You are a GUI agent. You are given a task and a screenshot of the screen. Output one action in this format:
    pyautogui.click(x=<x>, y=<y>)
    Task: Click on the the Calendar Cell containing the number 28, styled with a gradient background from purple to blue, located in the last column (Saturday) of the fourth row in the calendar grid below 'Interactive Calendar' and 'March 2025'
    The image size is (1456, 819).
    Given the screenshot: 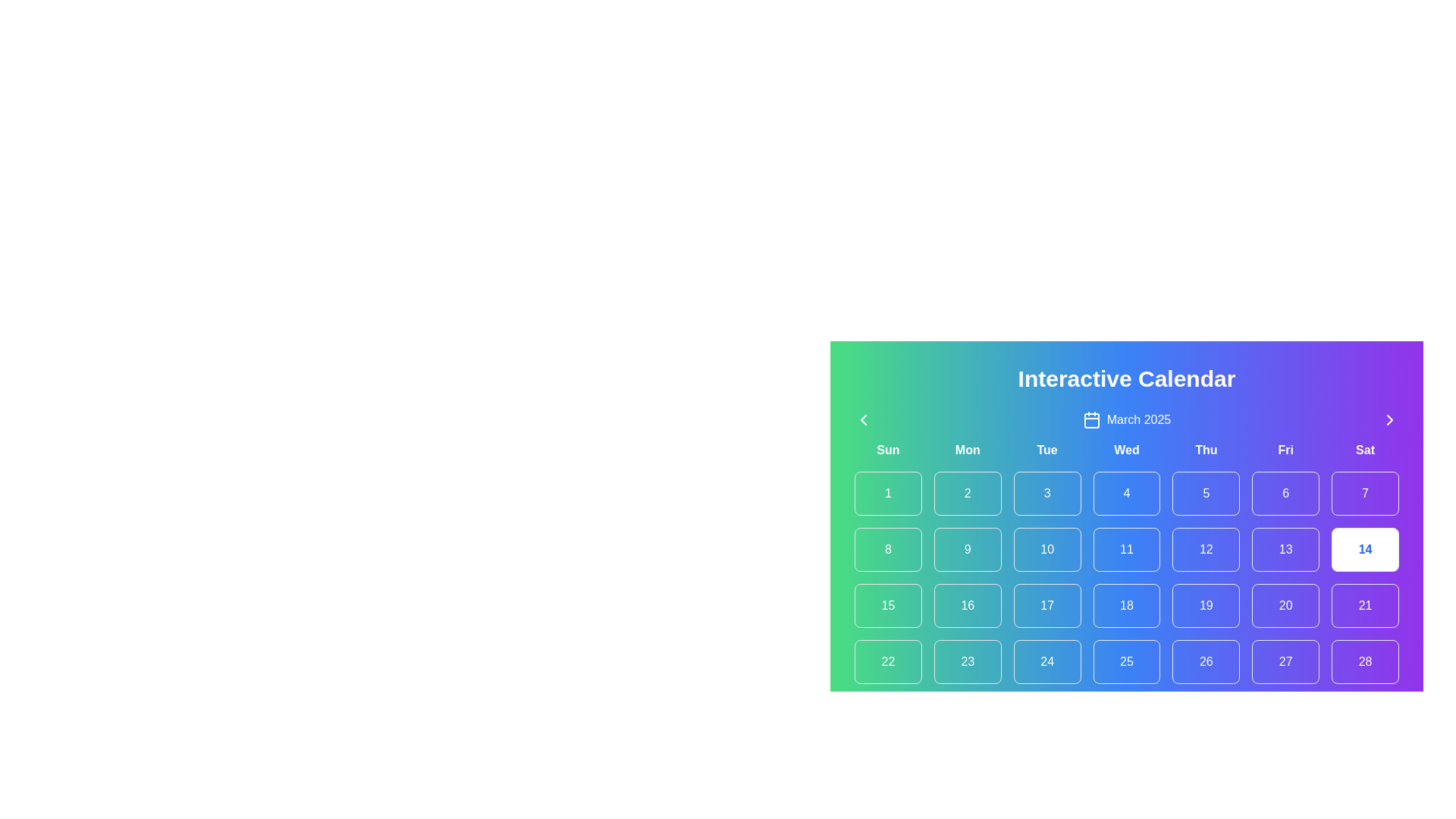 What is the action you would take?
    pyautogui.click(x=1365, y=661)
    